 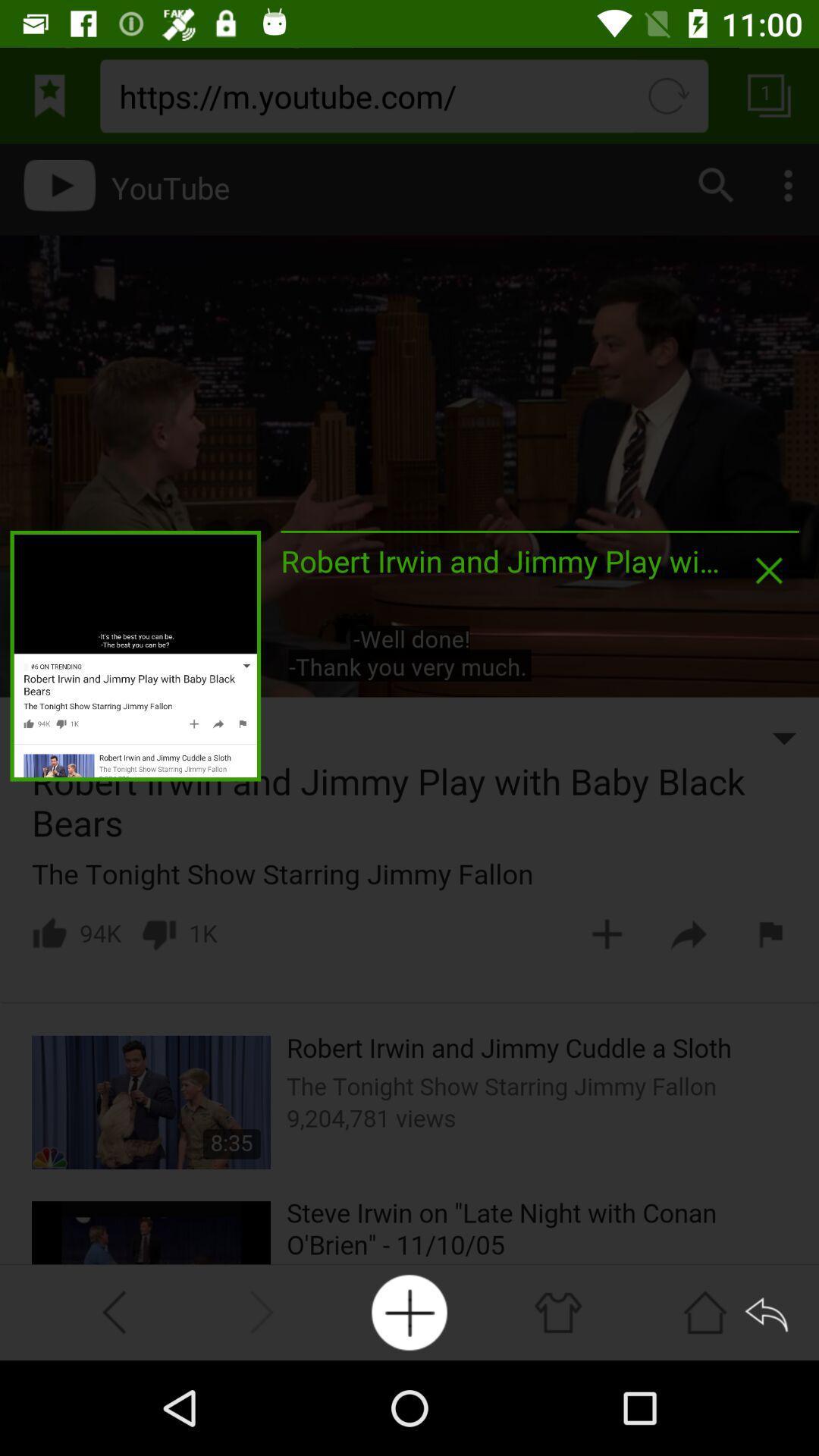 What do you see at coordinates (409, 1404) in the screenshot?
I see `the add icon` at bounding box center [409, 1404].